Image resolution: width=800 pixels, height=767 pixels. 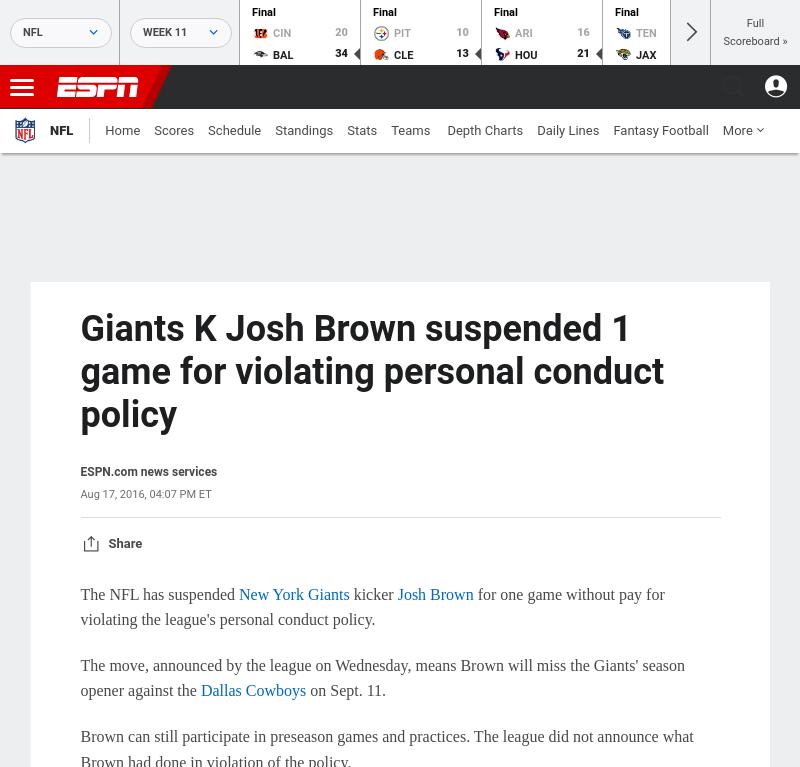 What do you see at coordinates (371, 606) in the screenshot?
I see `'for one game without pay for violating the league's personal conduct policy.'` at bounding box center [371, 606].